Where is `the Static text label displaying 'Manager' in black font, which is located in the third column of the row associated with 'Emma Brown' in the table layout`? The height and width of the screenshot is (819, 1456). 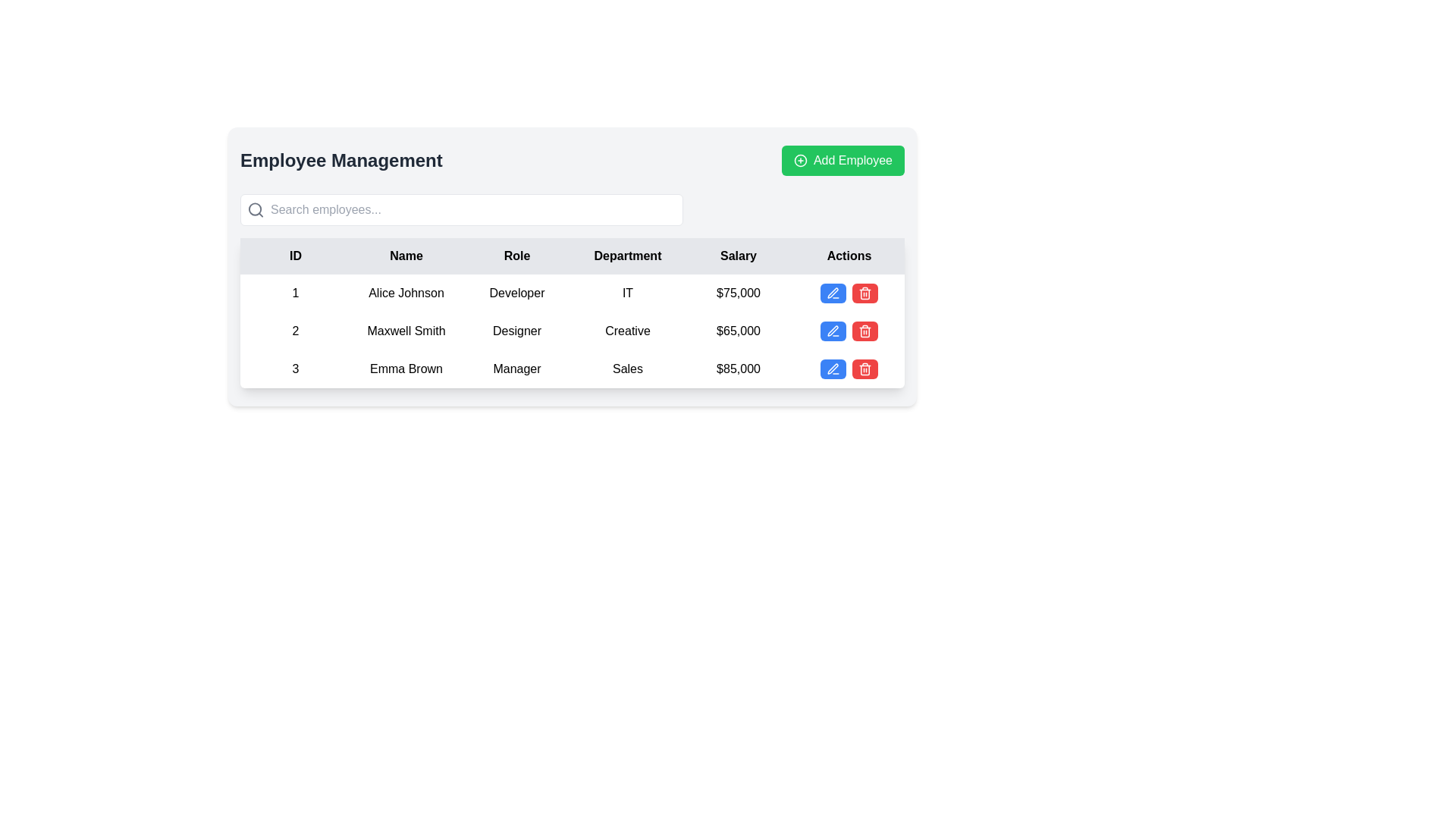 the Static text label displaying 'Manager' in black font, which is located in the third column of the row associated with 'Emma Brown' in the table layout is located at coordinates (516, 369).